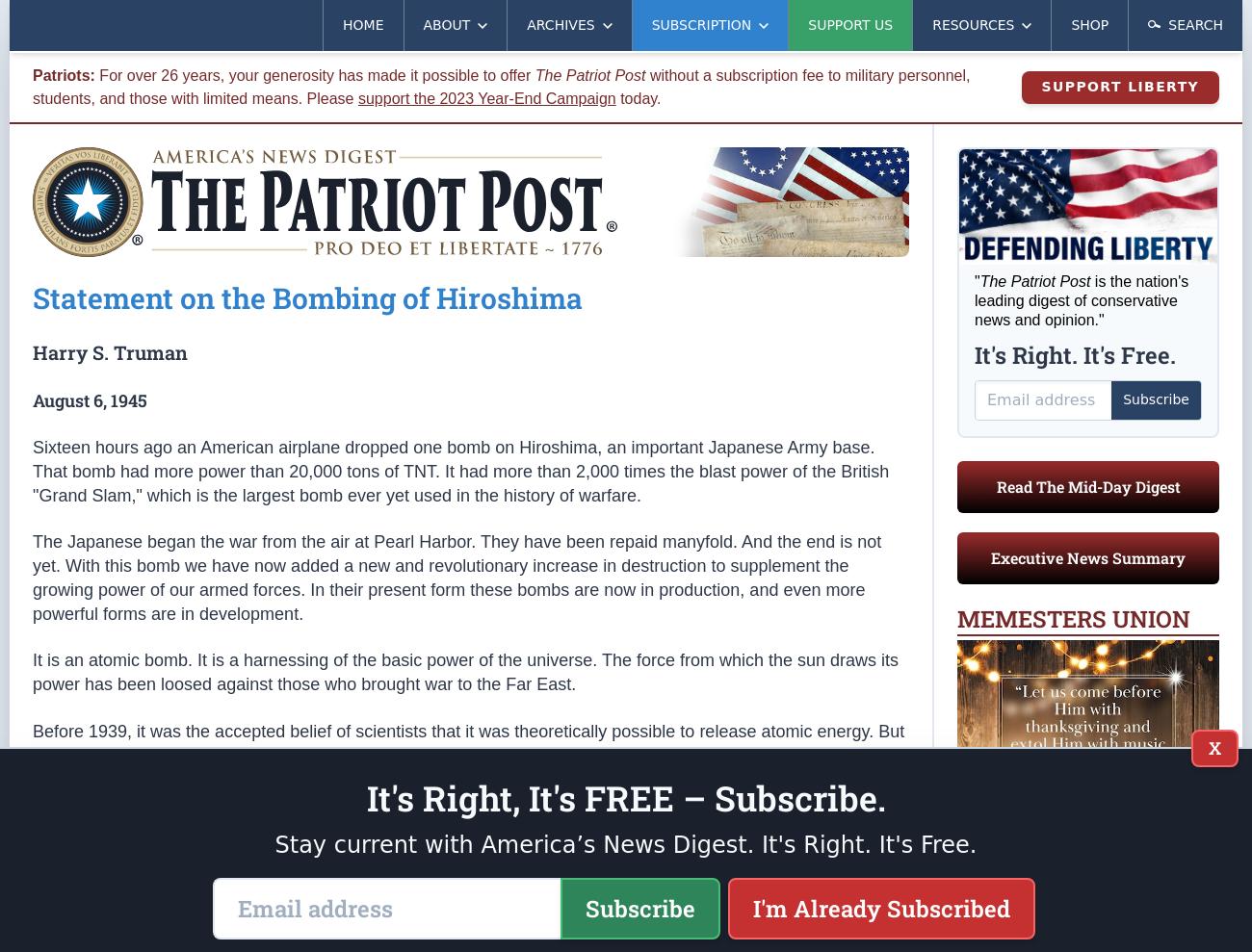  I want to click on 'support the 2023 Year-End Campaign', so click(486, 98).